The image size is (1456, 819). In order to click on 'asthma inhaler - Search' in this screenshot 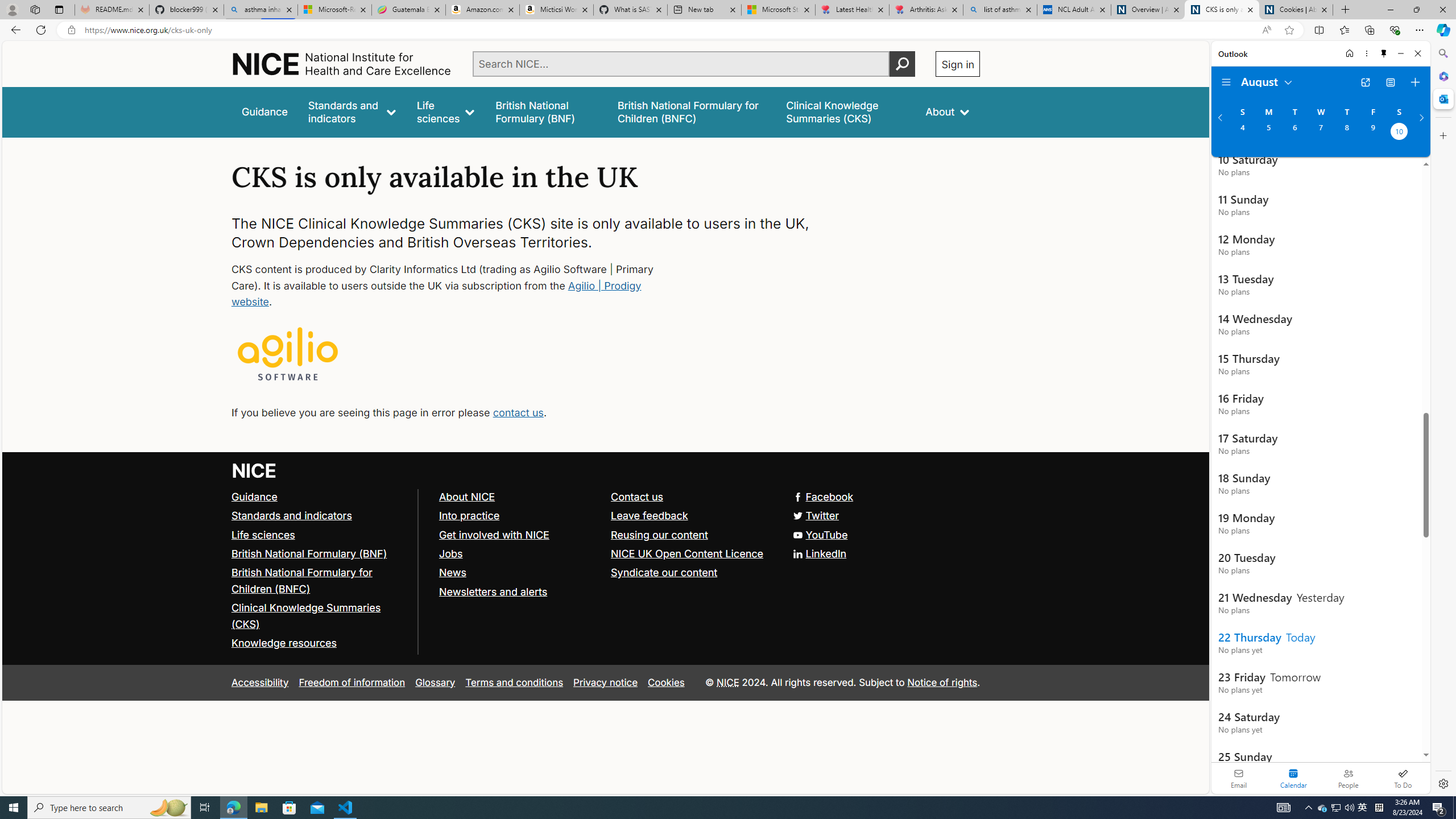, I will do `click(260, 9)`.